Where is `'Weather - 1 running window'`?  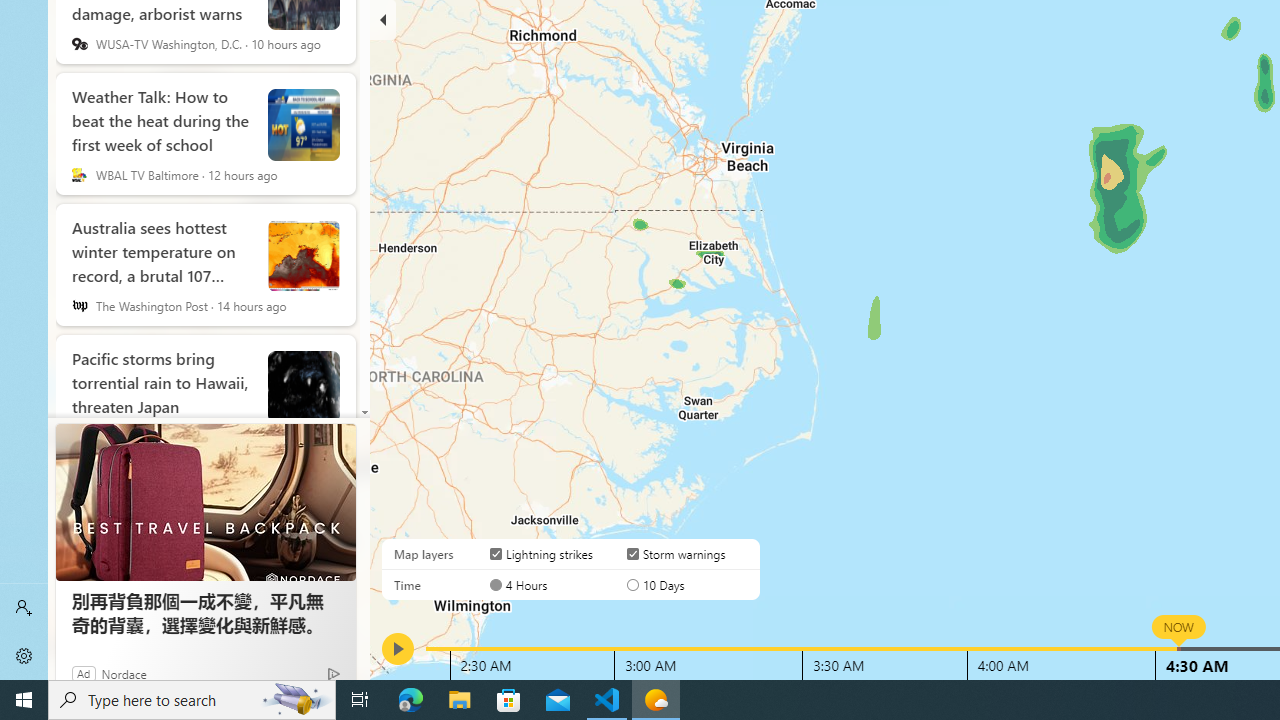 'Weather - 1 running window' is located at coordinates (656, 698).